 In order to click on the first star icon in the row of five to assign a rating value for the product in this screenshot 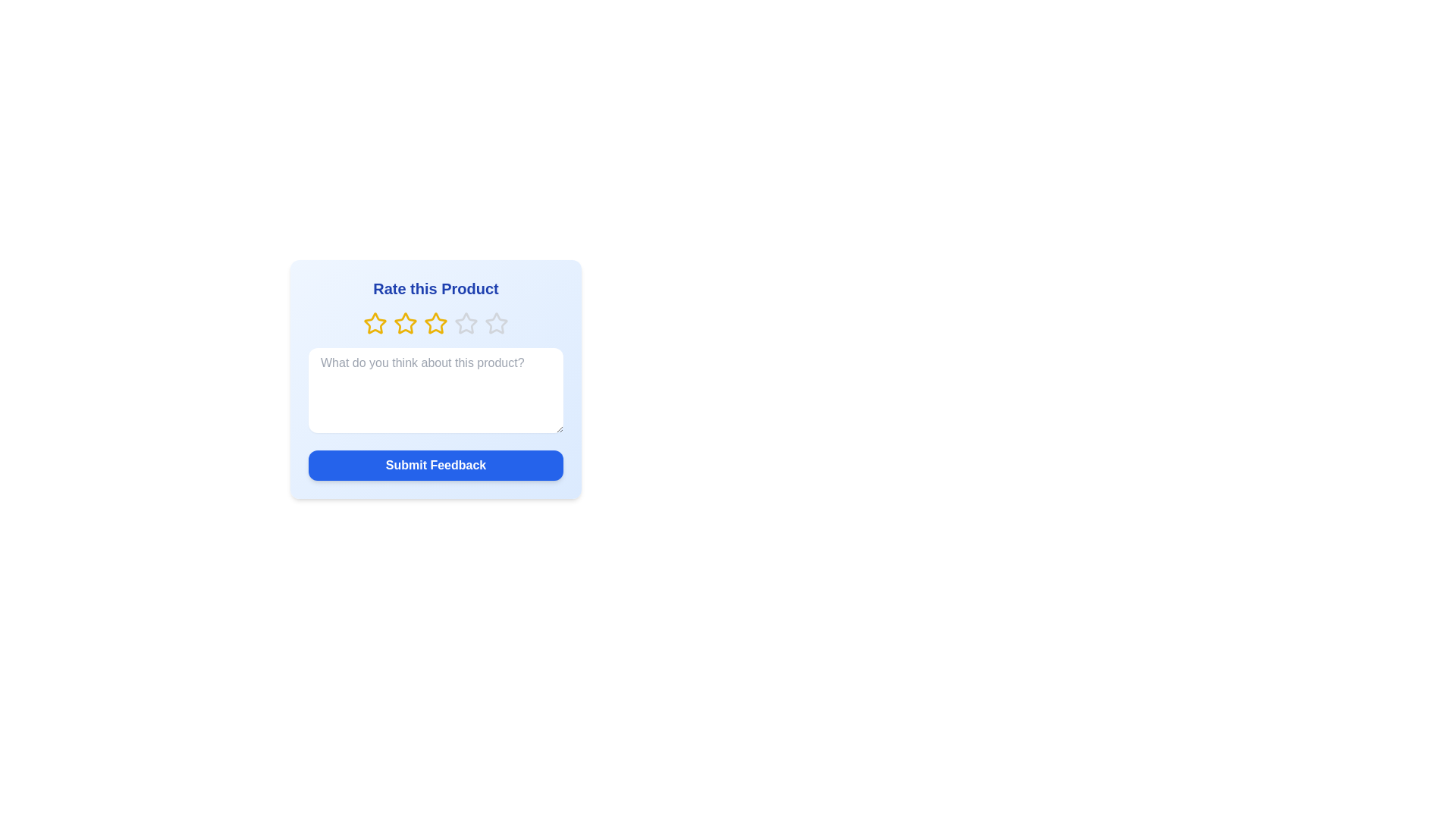, I will do `click(375, 322)`.